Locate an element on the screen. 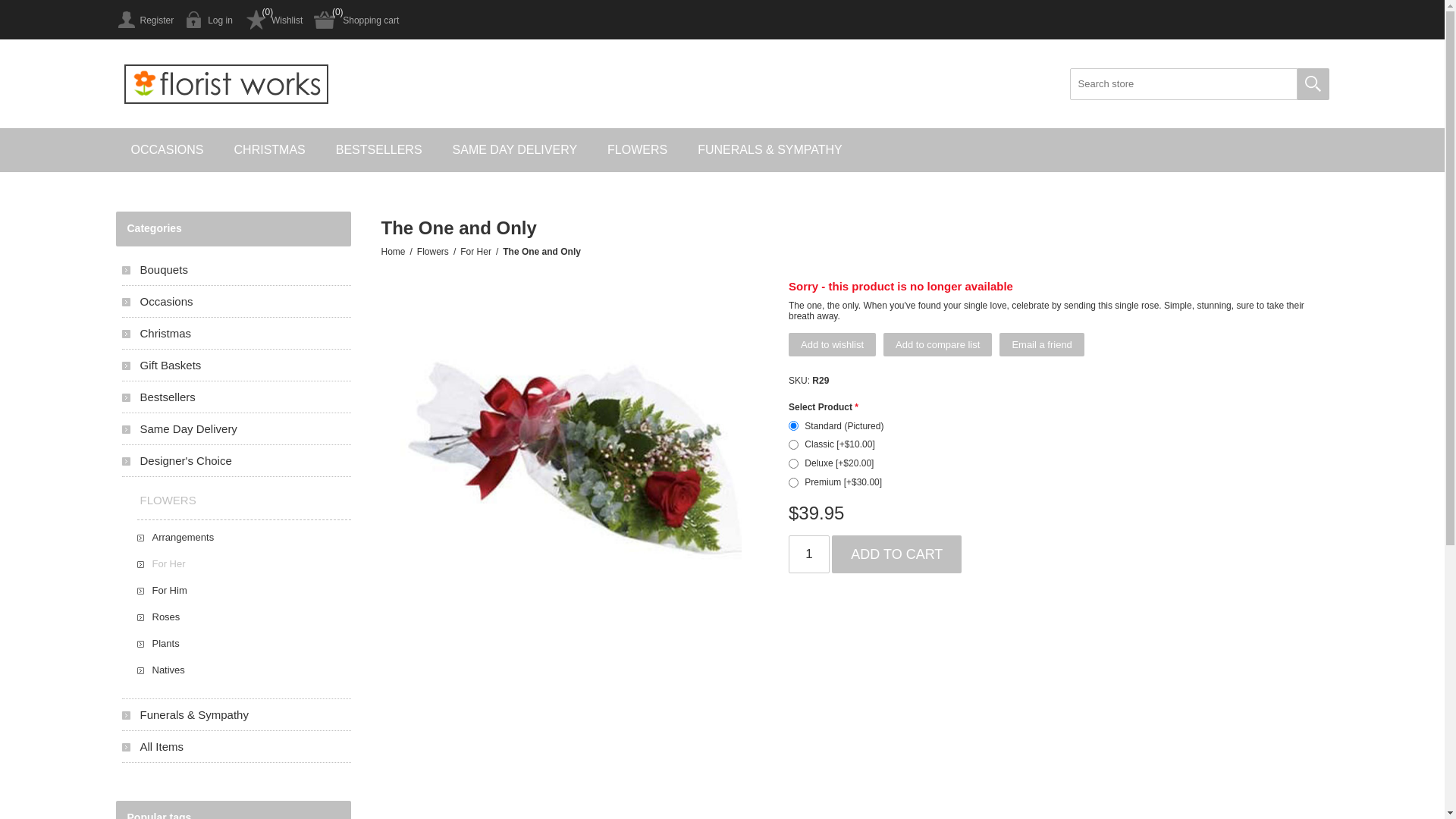 The height and width of the screenshot is (819, 1456). 'BESTSELLERS' is located at coordinates (378, 149).